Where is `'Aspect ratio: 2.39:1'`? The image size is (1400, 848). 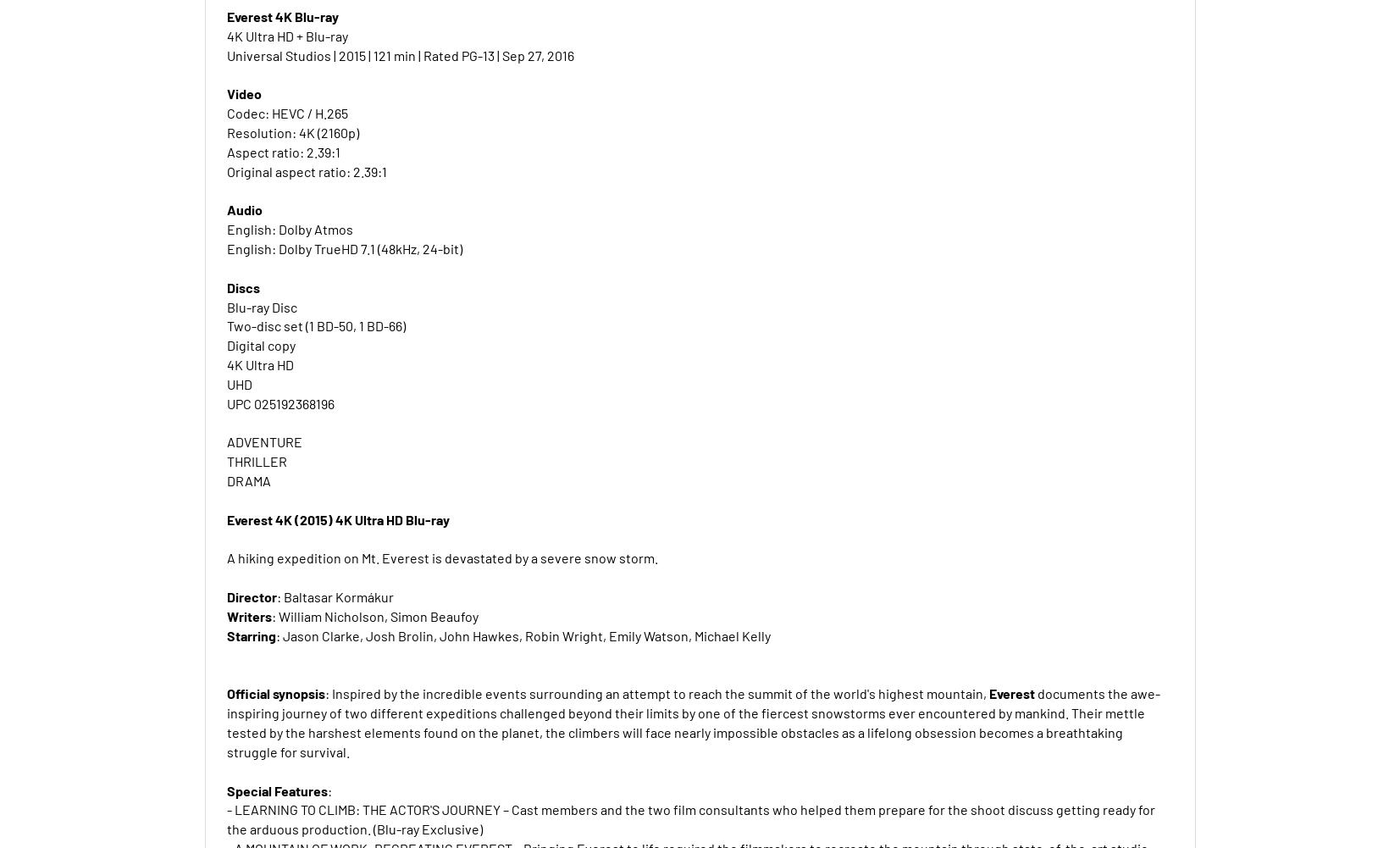
'Aspect ratio: 2.39:1' is located at coordinates (282, 151).